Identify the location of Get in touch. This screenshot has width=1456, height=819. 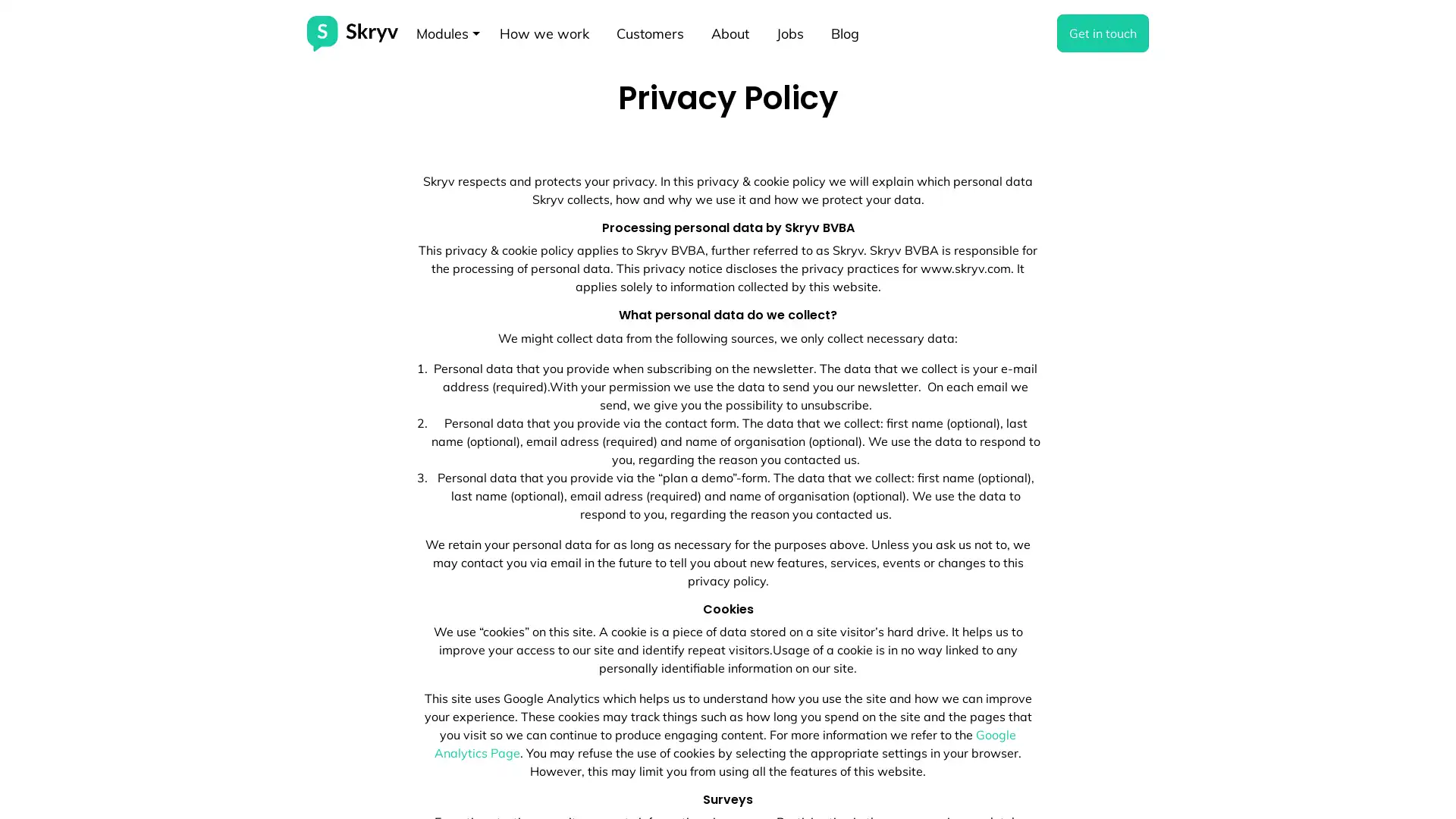
(1103, 33).